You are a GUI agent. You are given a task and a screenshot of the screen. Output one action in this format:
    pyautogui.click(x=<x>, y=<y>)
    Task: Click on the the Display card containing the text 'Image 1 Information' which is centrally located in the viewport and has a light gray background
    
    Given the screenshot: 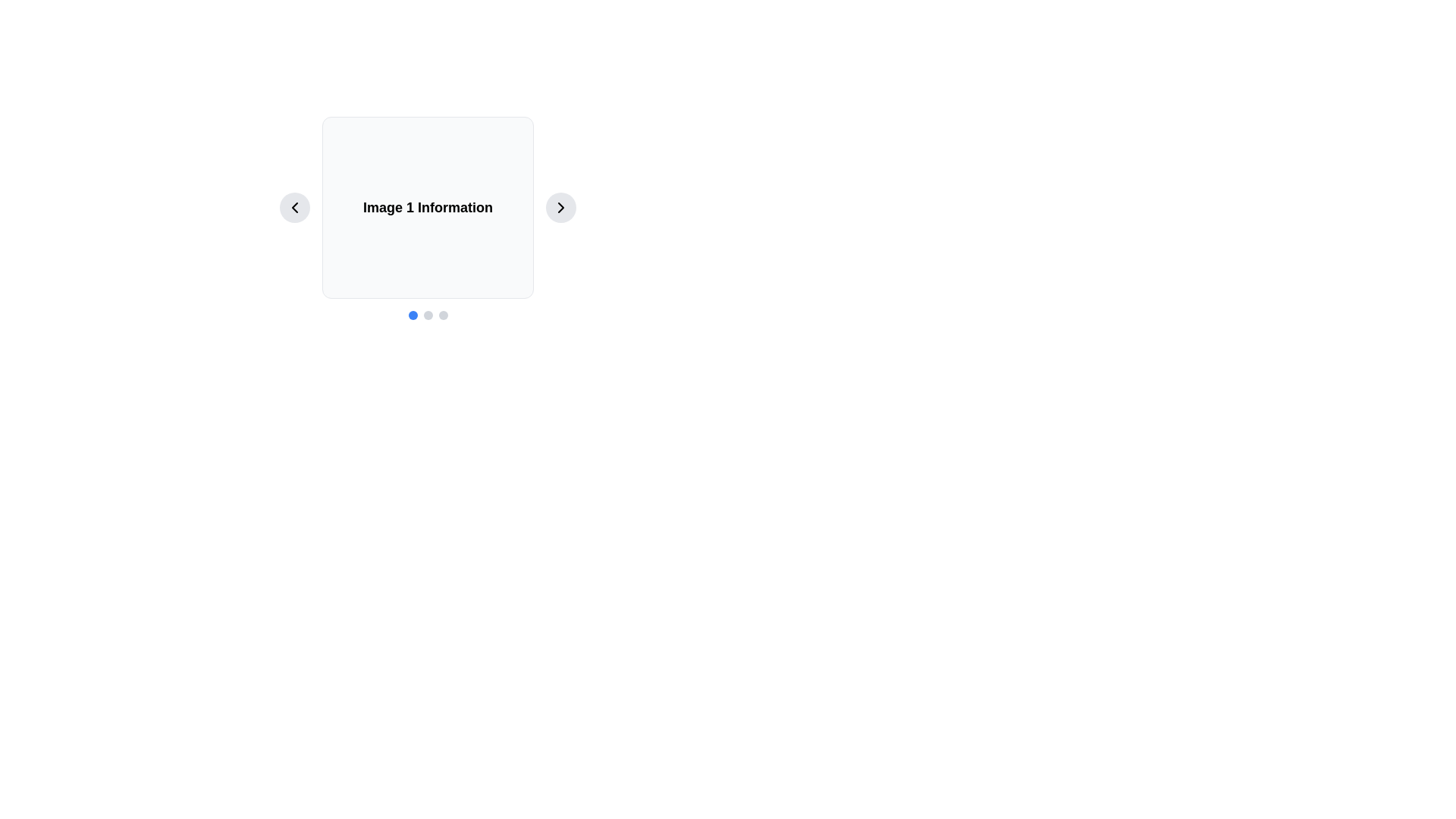 What is the action you would take?
    pyautogui.click(x=427, y=207)
    